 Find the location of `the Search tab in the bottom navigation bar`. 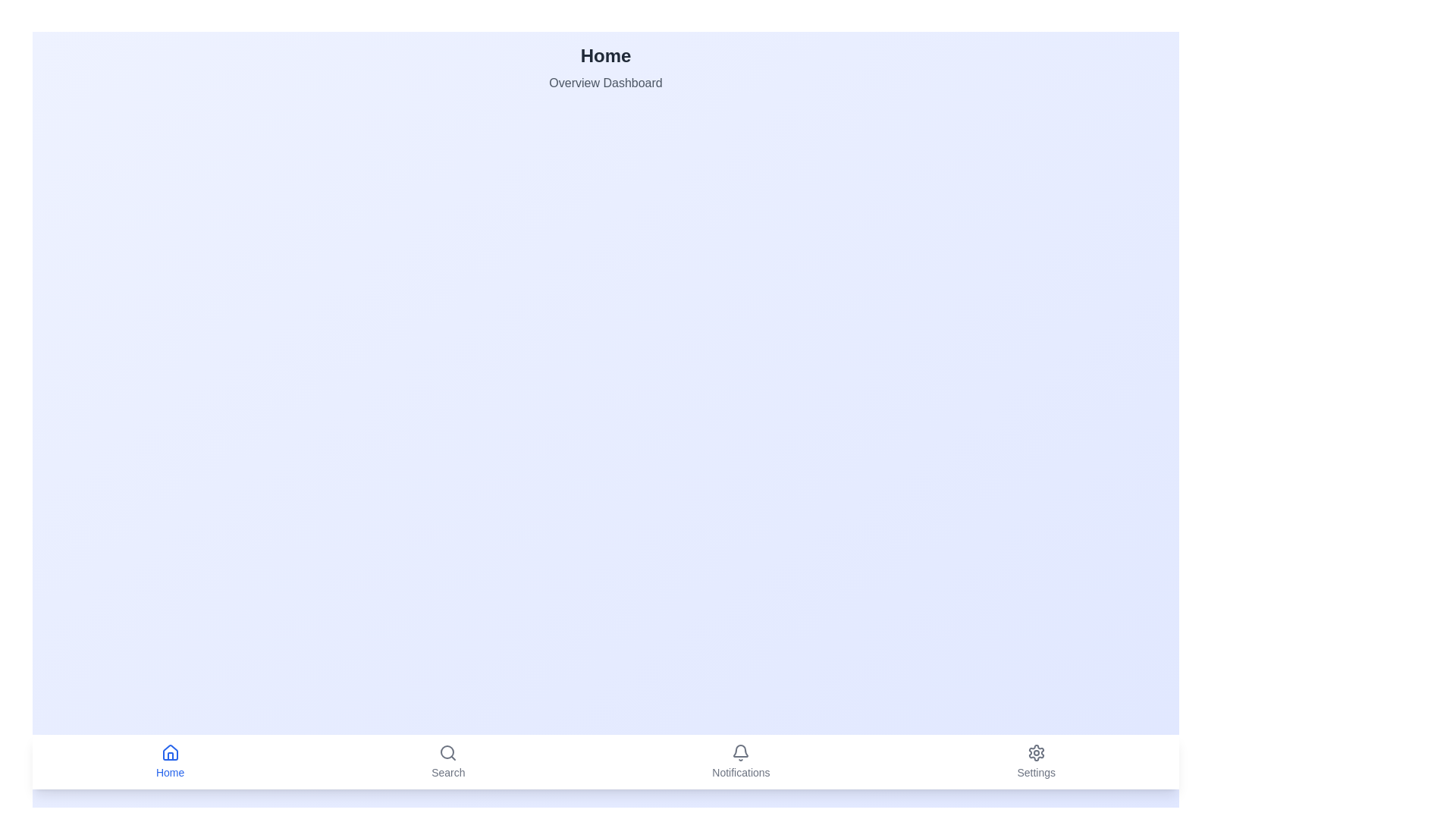

the Search tab in the bottom navigation bar is located at coordinates (447, 762).